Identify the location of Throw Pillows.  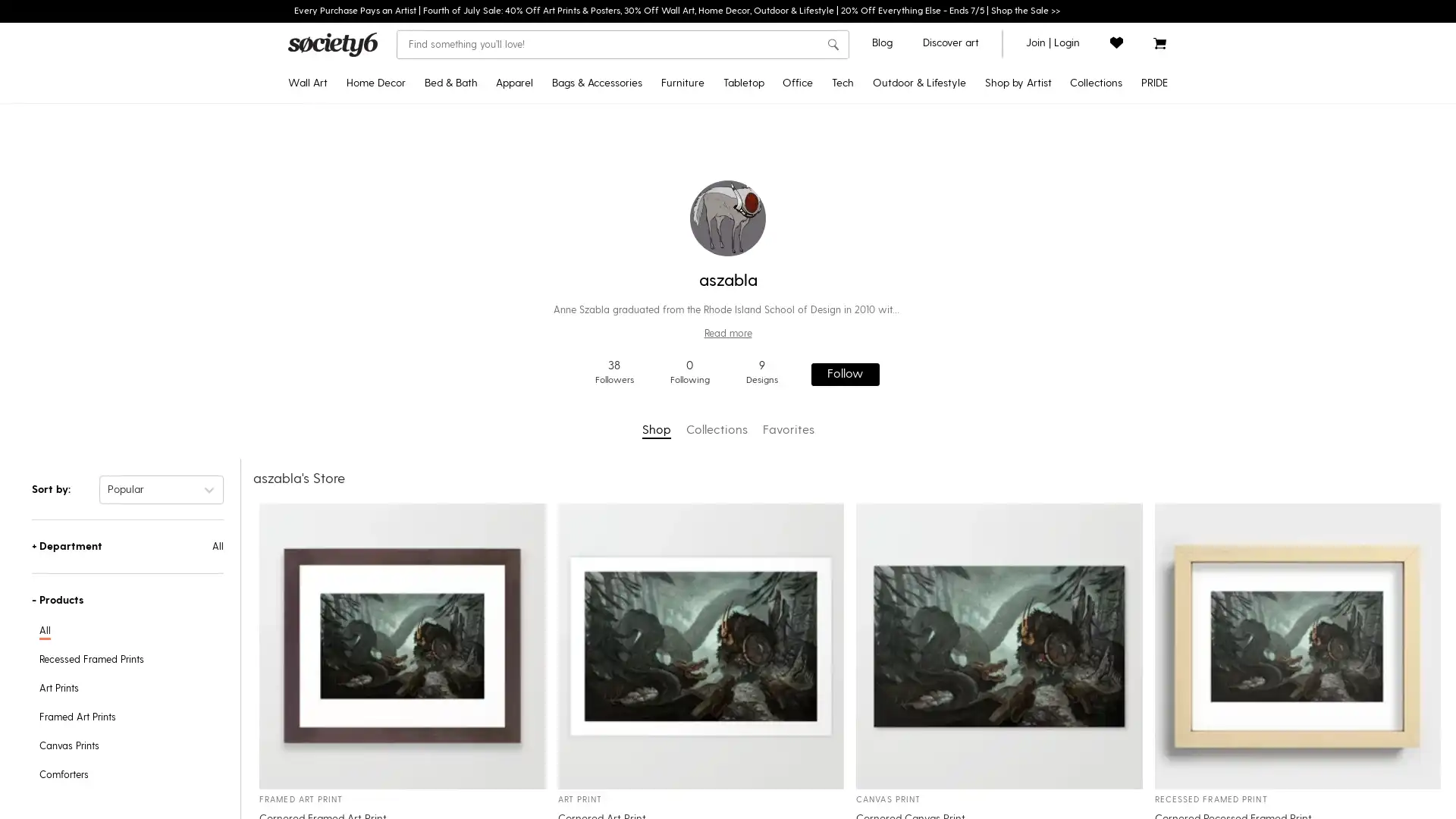
(404, 146).